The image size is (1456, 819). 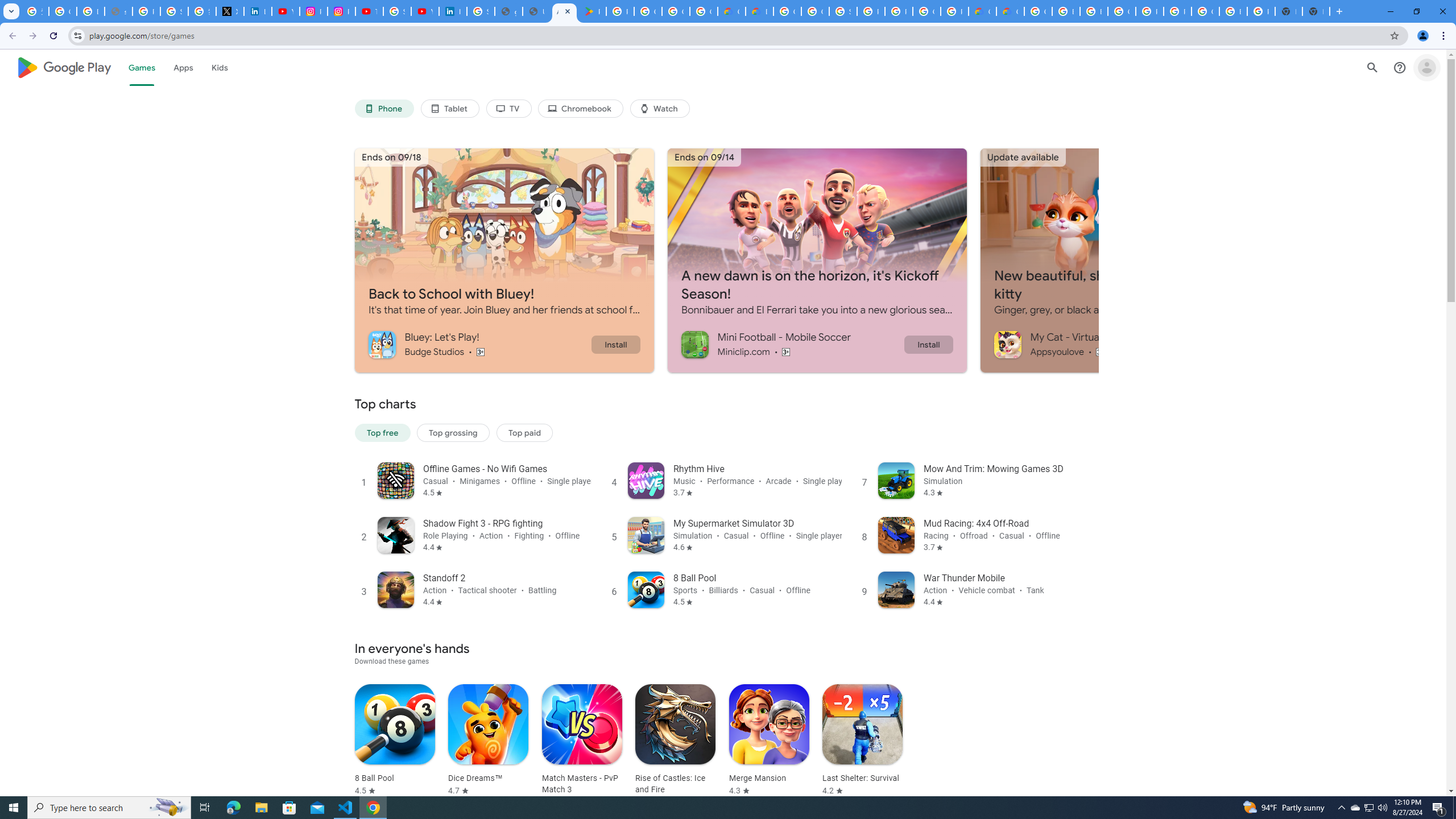 What do you see at coordinates (1426, 67) in the screenshot?
I see `'Open account menu'` at bounding box center [1426, 67].